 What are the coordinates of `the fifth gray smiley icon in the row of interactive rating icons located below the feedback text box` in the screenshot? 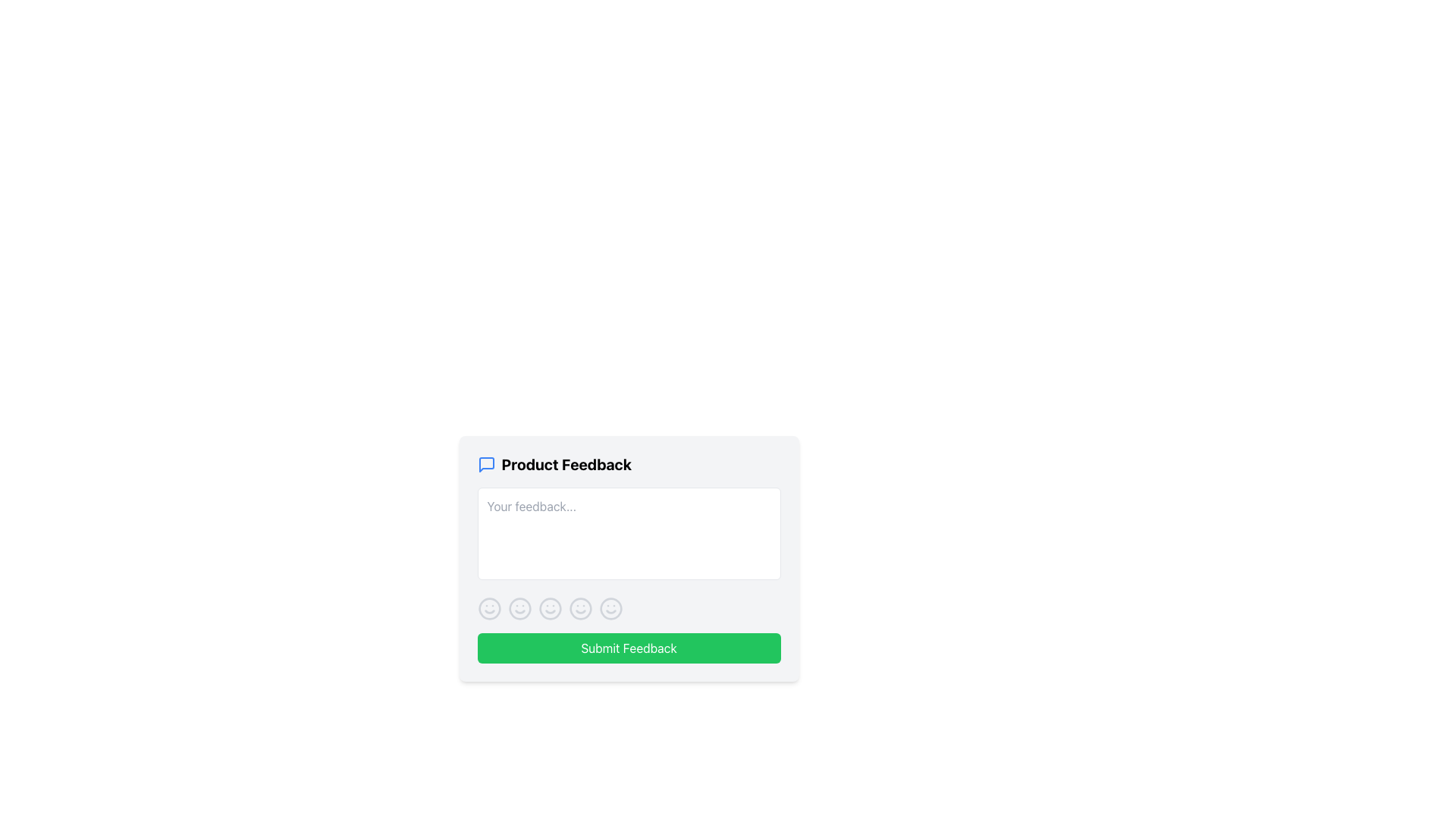 It's located at (610, 607).